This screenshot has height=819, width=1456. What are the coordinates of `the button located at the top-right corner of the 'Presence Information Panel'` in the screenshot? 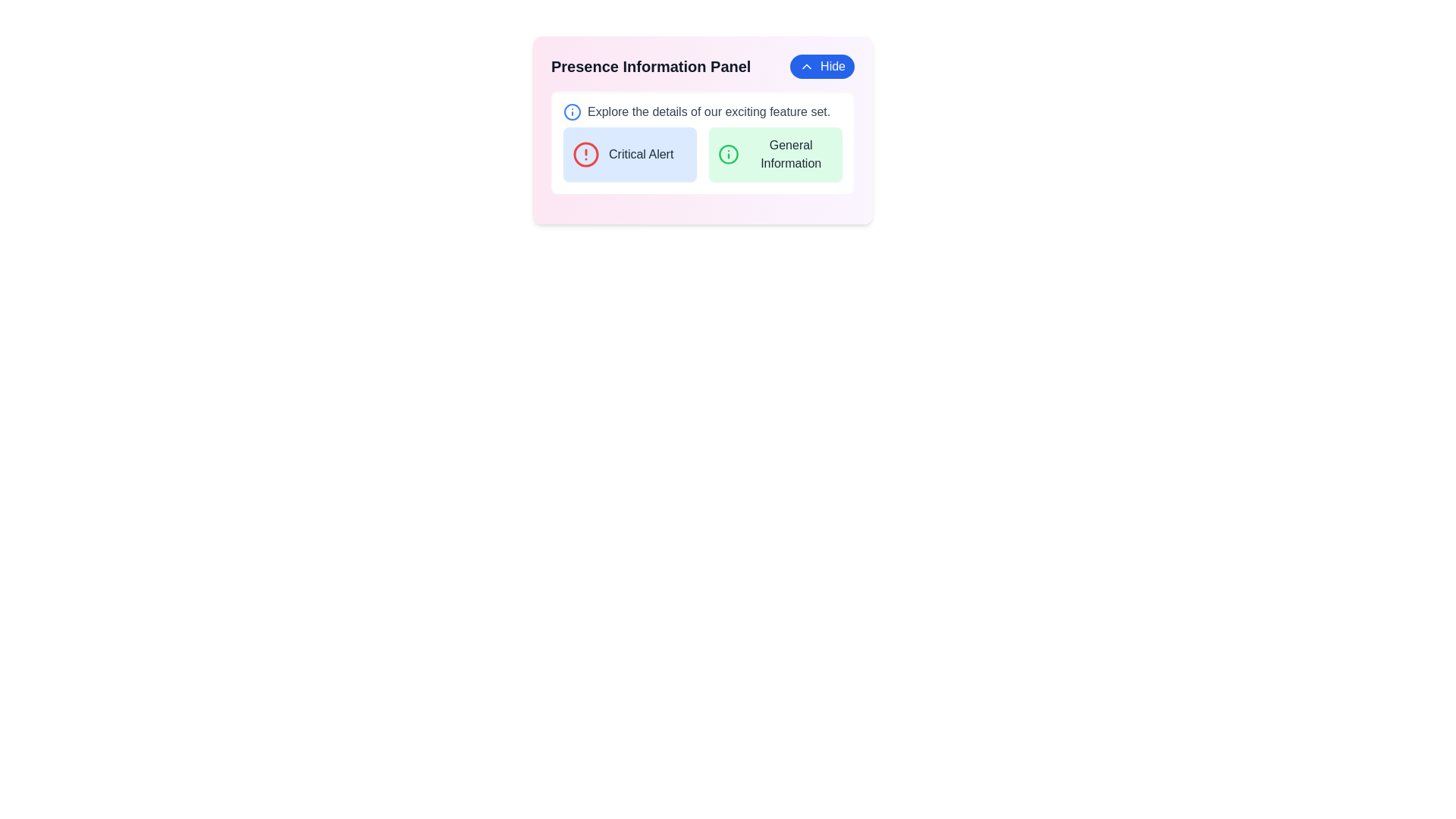 It's located at (821, 66).